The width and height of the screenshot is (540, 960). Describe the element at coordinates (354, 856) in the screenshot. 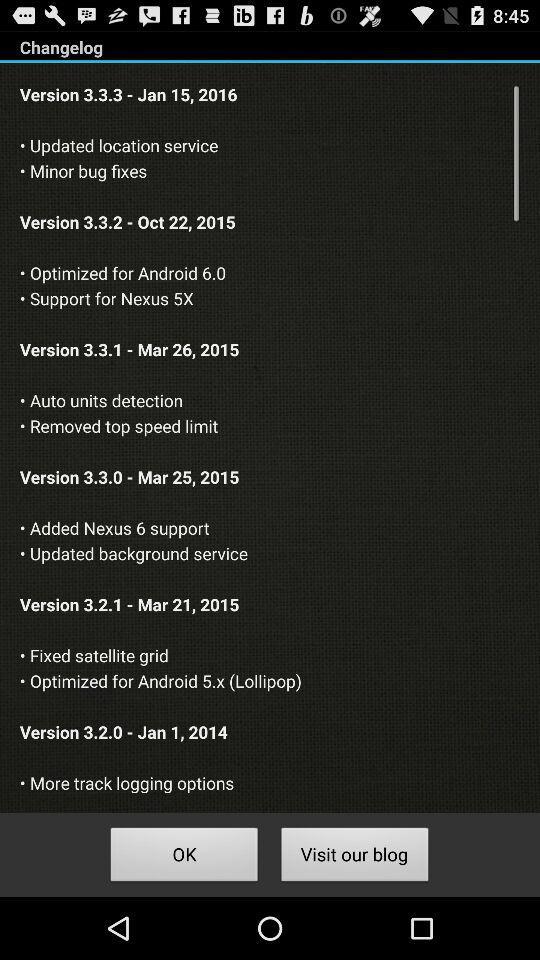

I see `the visit our blog icon` at that location.